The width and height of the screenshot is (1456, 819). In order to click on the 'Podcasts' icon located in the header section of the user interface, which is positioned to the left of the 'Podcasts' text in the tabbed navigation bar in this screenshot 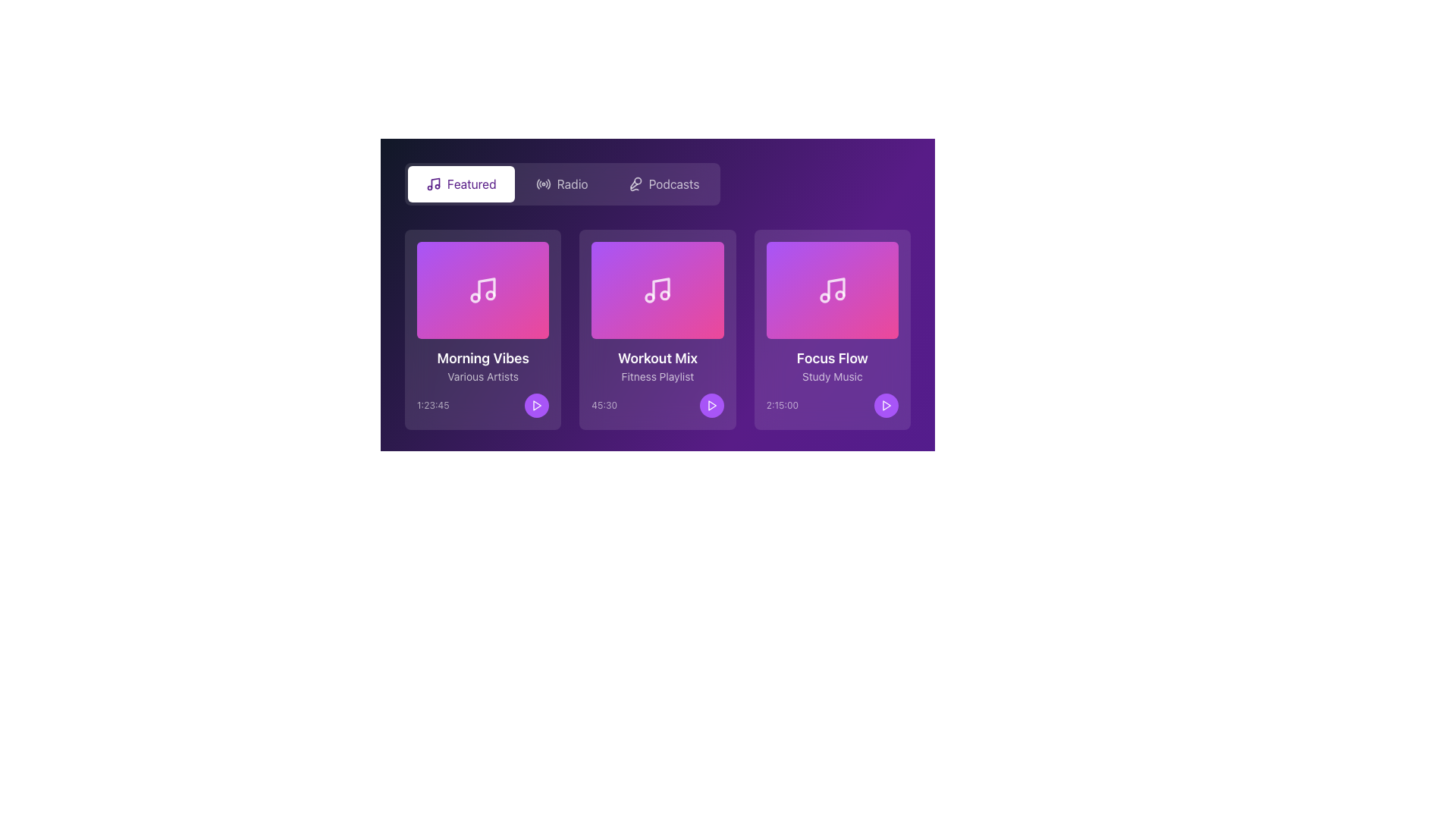, I will do `click(635, 184)`.